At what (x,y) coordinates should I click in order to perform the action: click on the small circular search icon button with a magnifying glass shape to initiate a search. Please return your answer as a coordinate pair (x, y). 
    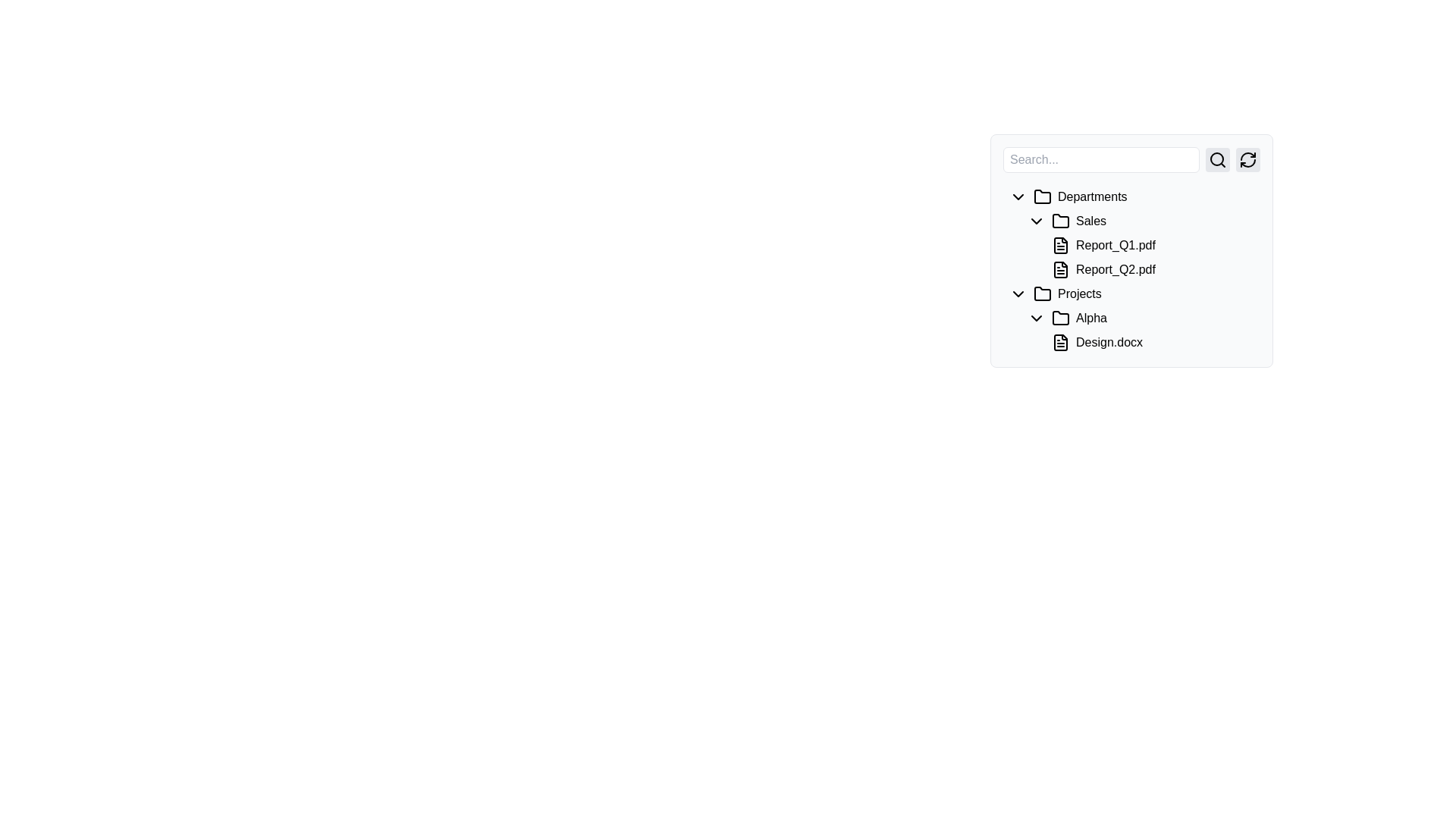
    Looking at the image, I should click on (1218, 160).